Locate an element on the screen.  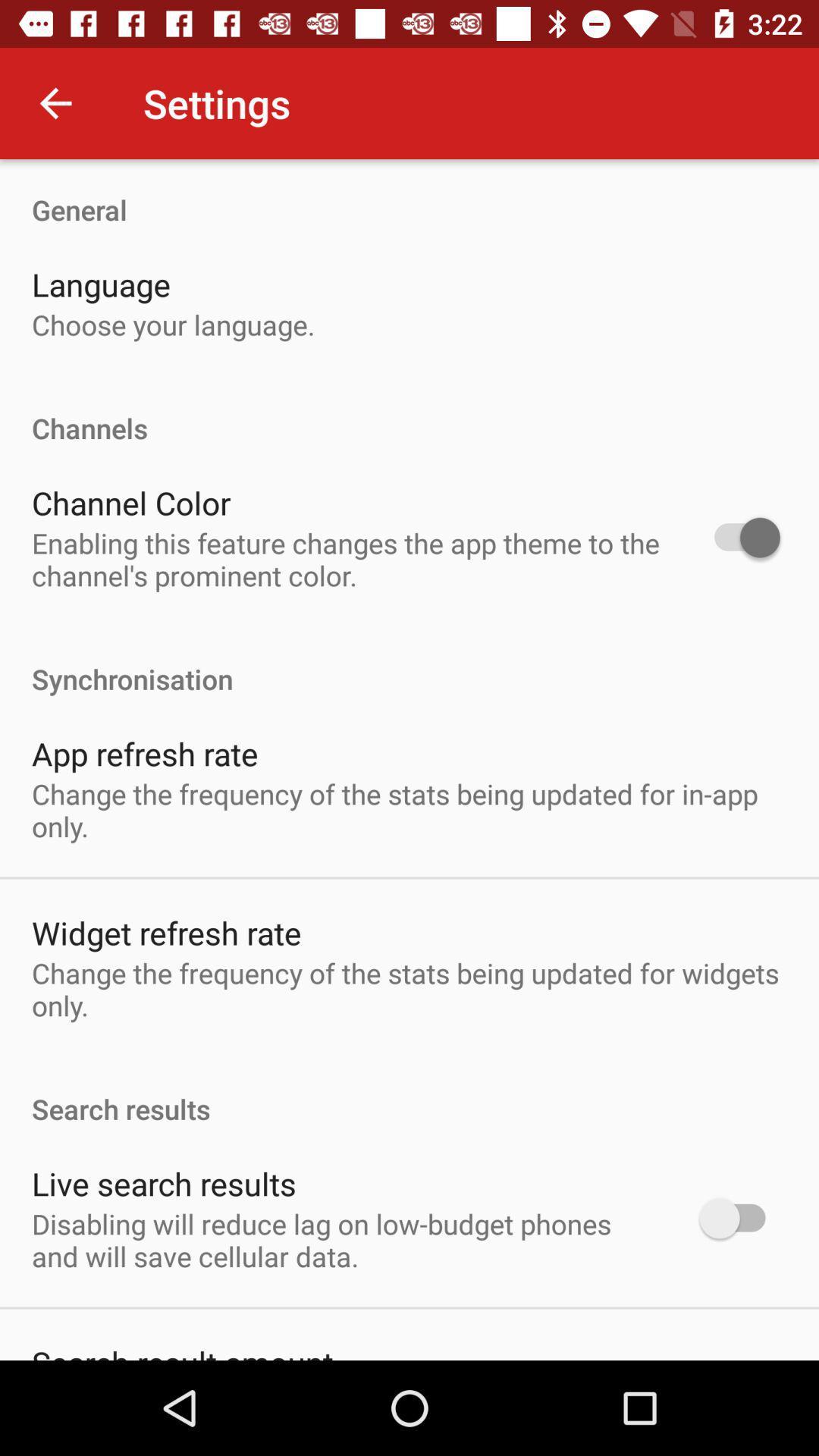
the icon below choose your language. is located at coordinates (409, 412).